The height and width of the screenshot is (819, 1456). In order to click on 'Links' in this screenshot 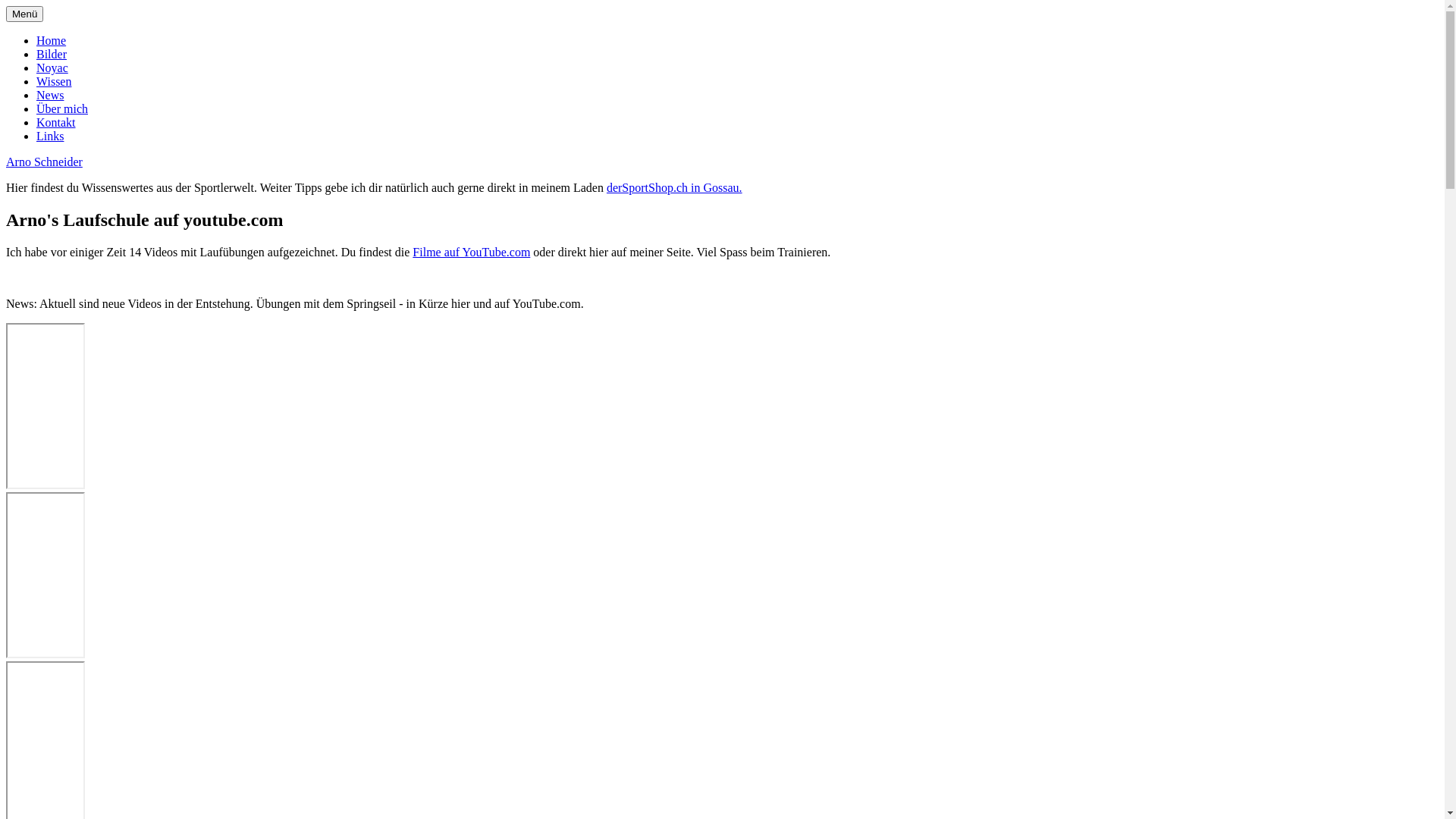, I will do `click(36, 135)`.